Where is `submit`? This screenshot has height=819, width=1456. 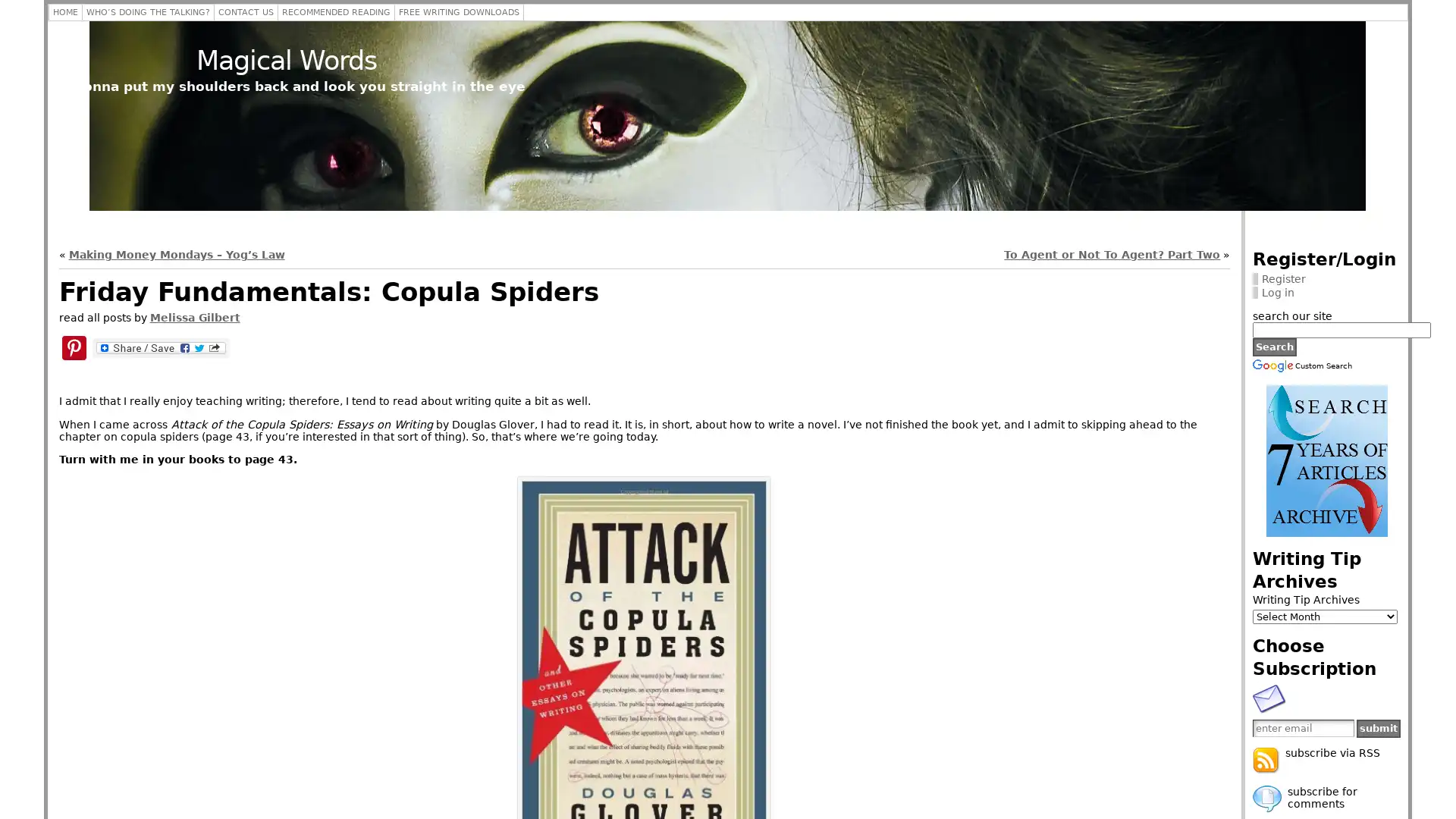
submit is located at coordinates (1379, 727).